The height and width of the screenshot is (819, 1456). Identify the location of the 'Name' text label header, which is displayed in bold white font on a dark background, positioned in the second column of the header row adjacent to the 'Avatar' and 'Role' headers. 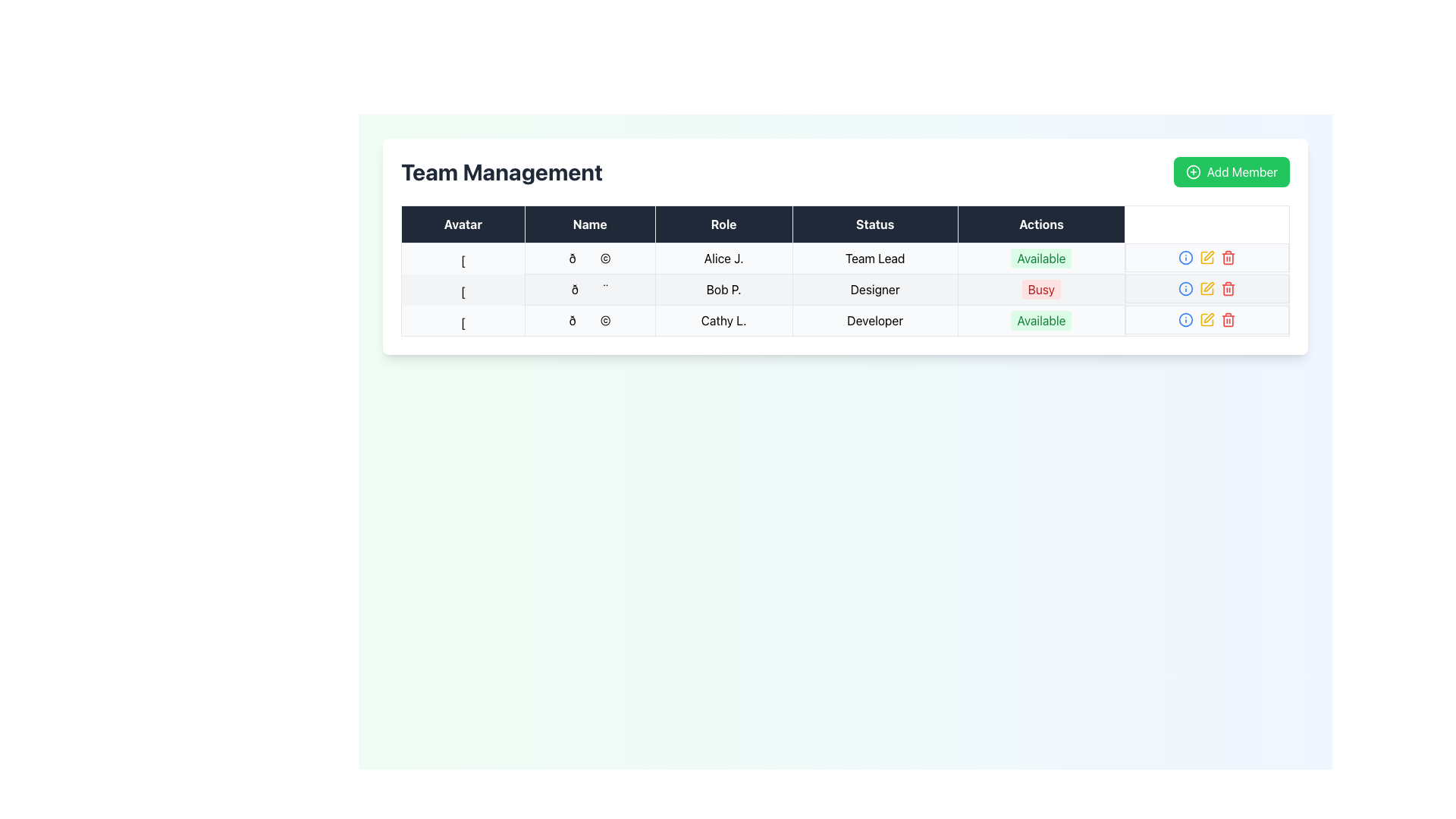
(589, 224).